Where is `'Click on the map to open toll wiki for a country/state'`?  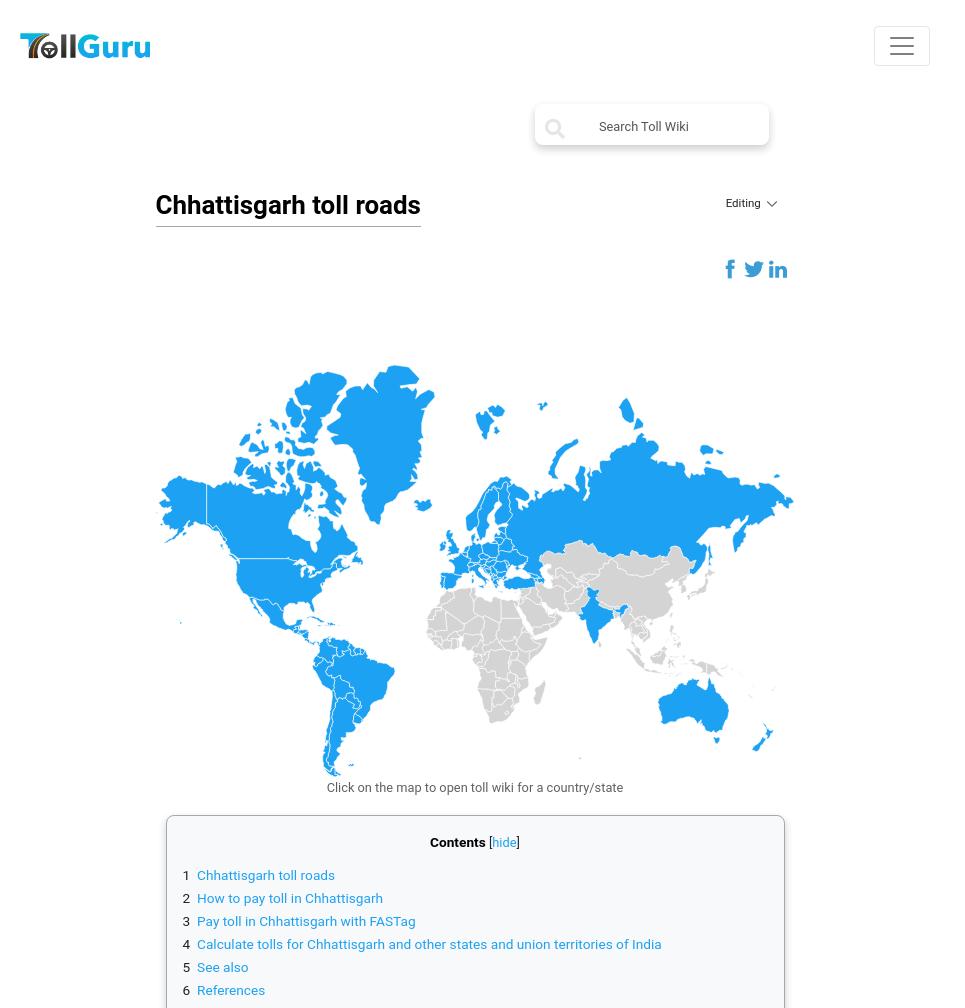 'Click on the map to open toll wiki for a country/state' is located at coordinates (473, 787).